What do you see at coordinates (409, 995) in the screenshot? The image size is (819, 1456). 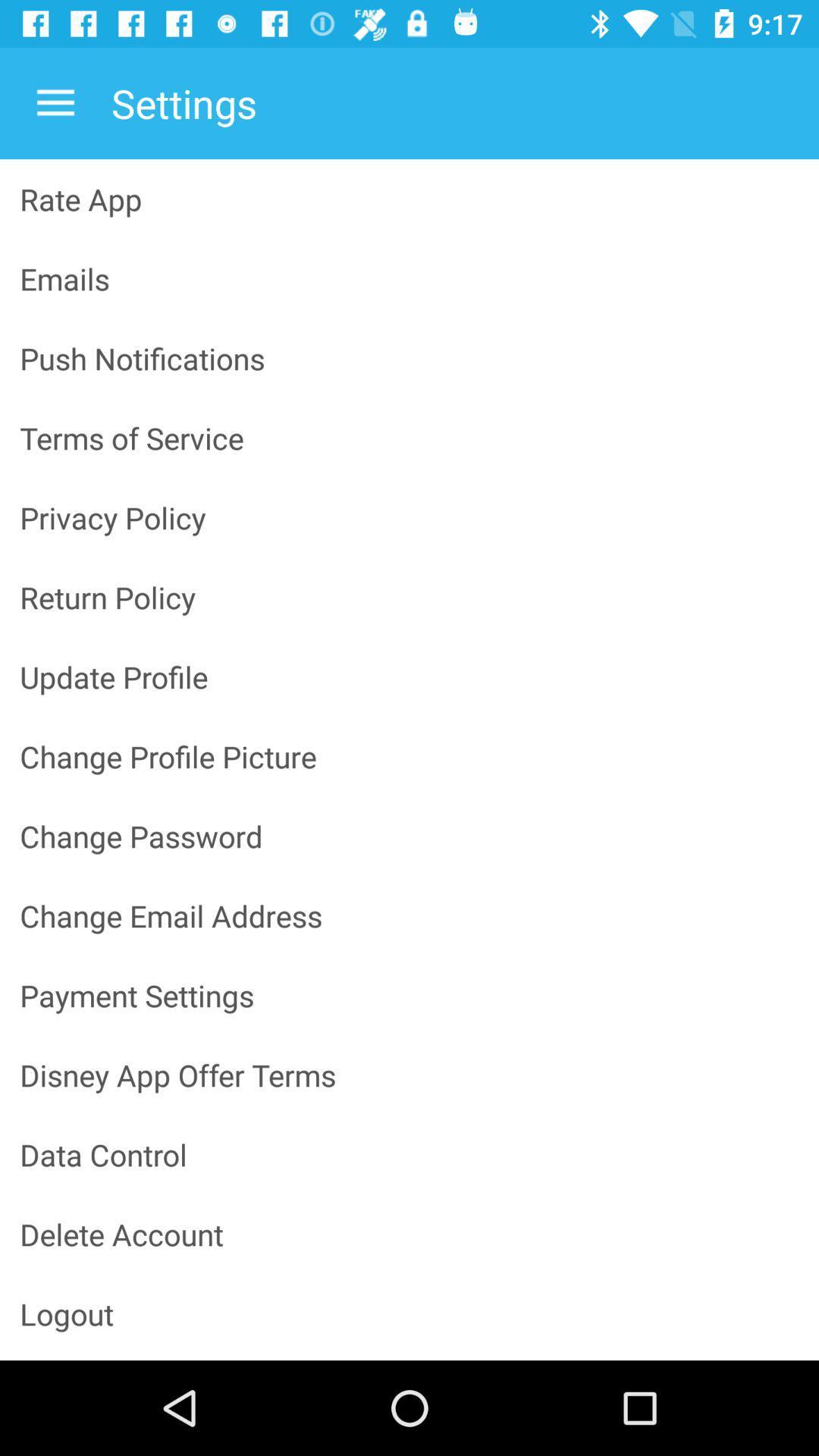 I see `icon below change email address item` at bounding box center [409, 995].